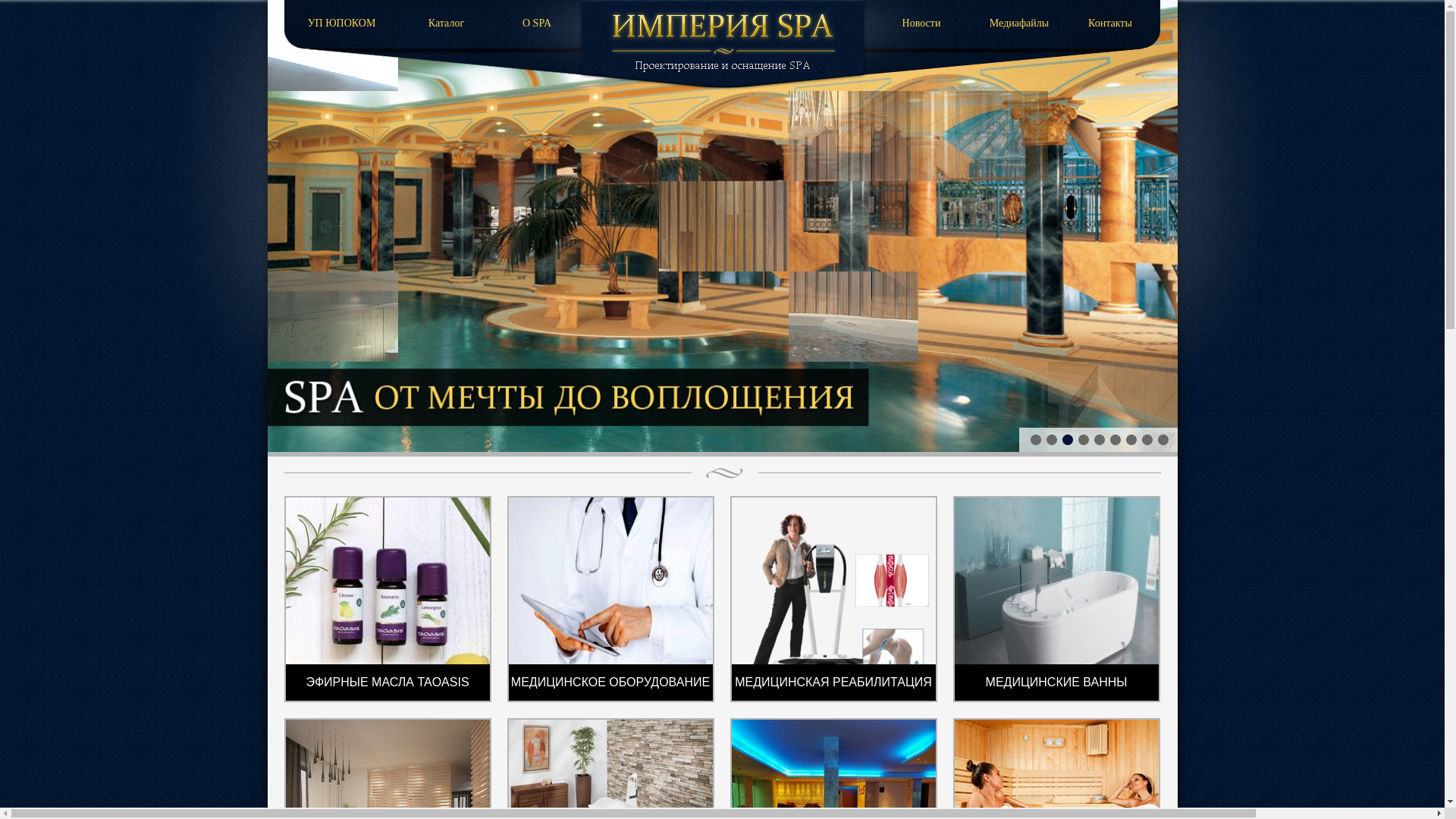 The height and width of the screenshot is (819, 1456). I want to click on '7', so click(1131, 439).